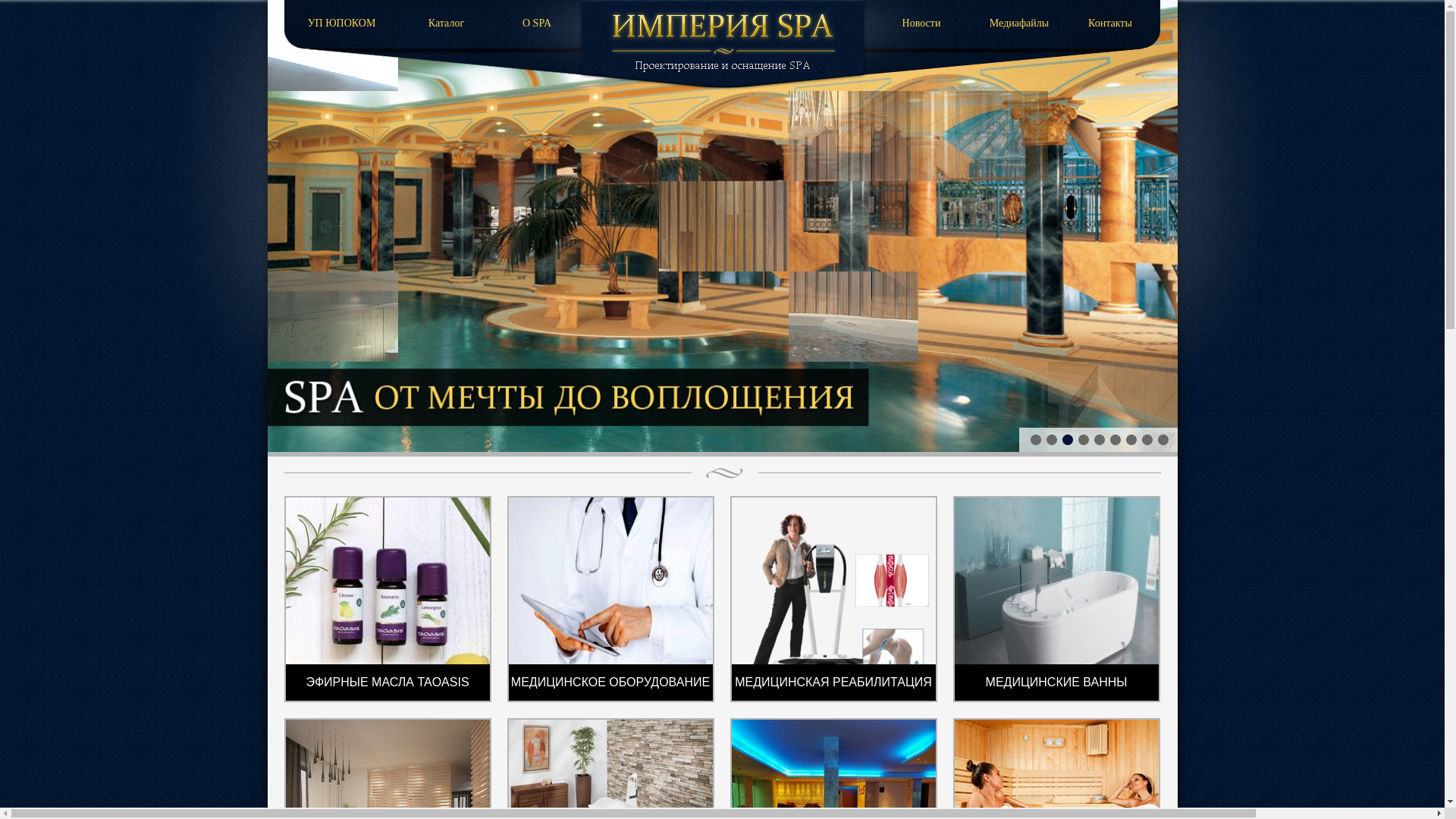 The height and width of the screenshot is (819, 1456). I want to click on '7', so click(1131, 439).